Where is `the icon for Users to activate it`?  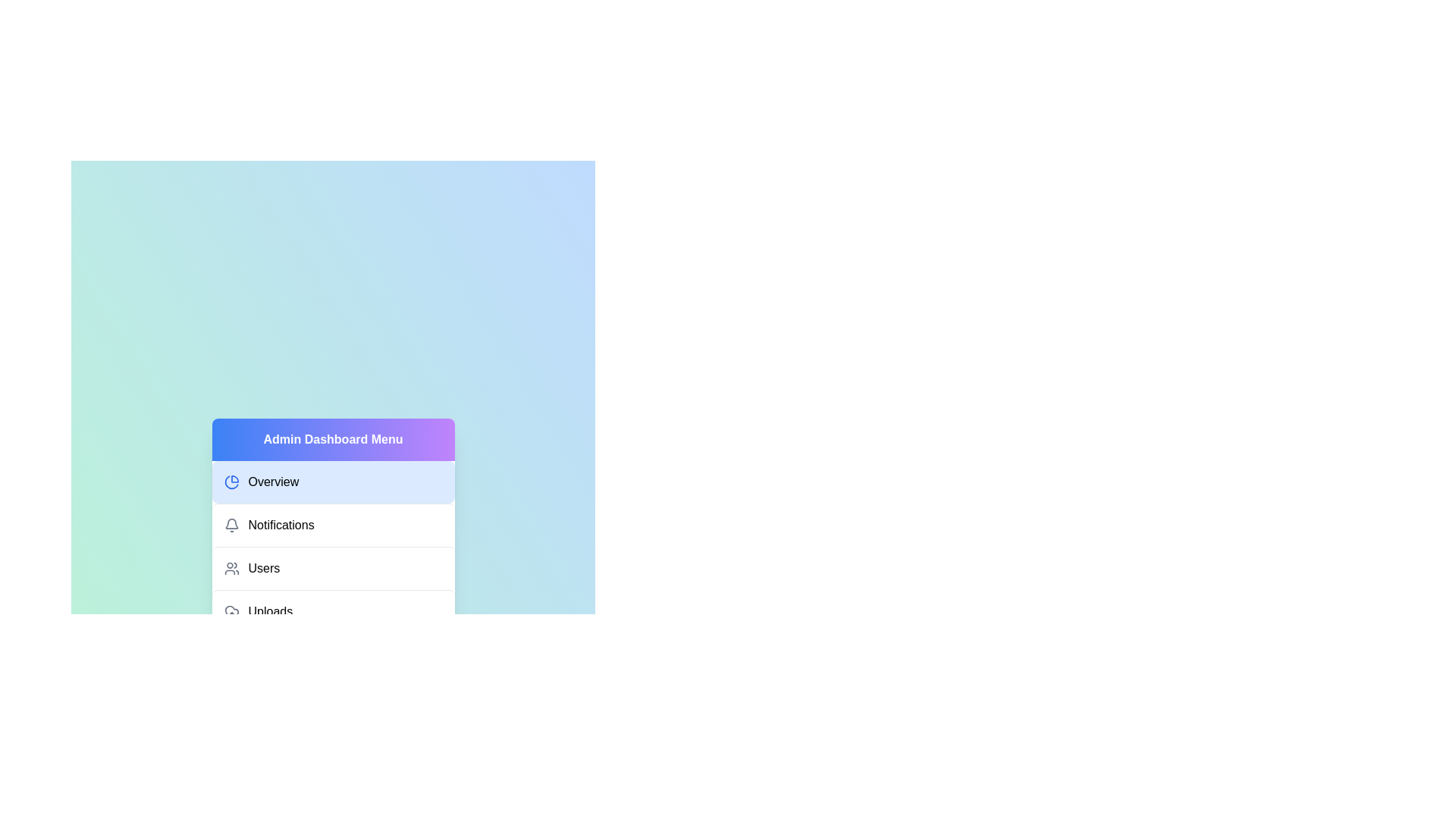
the icon for Users to activate it is located at coordinates (231, 568).